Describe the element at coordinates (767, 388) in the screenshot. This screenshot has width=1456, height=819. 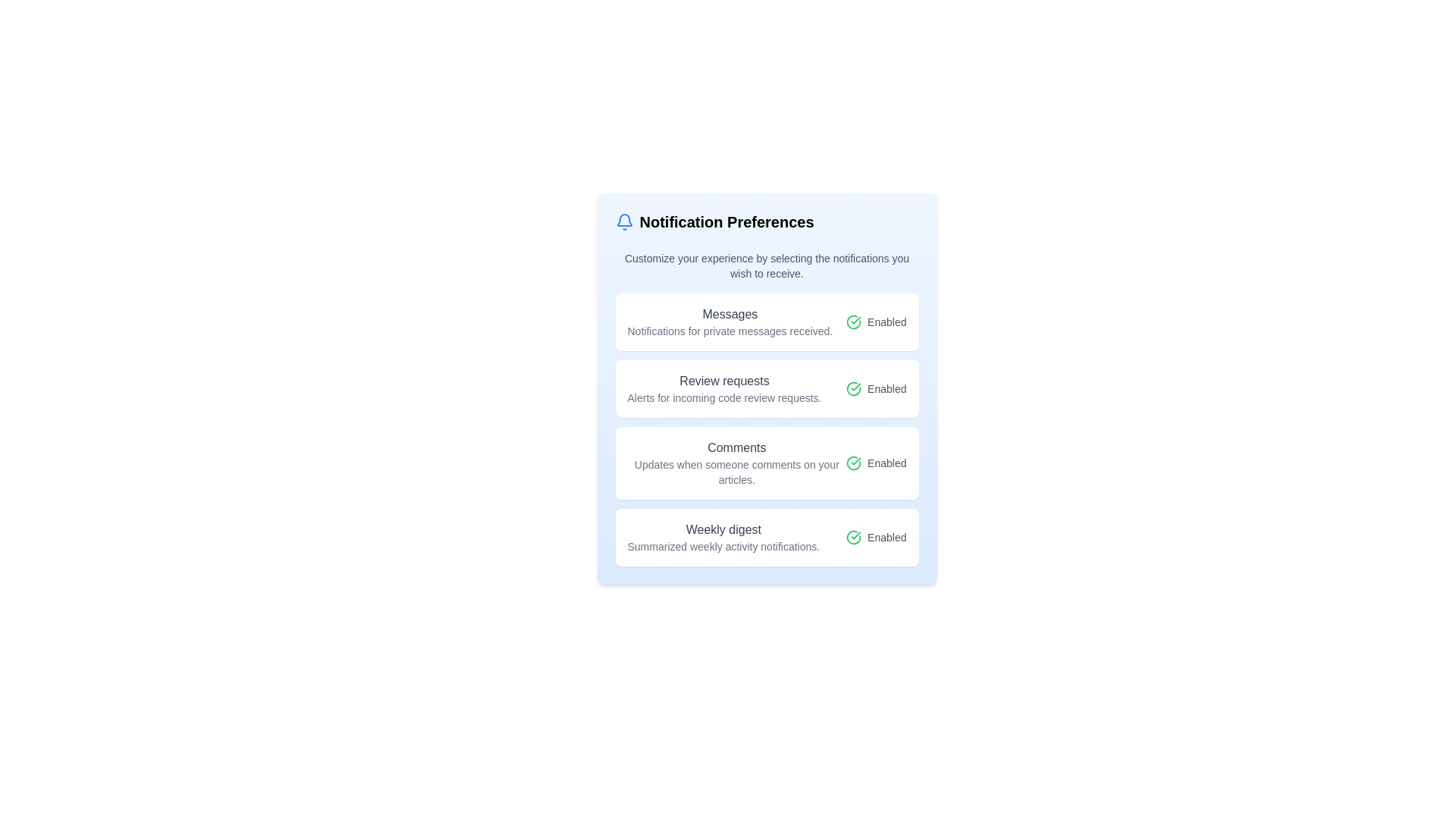
I see `the Notification setting toggle labeled 'Review requests', which contains a bold title and a green checkmark icon indicating it is 'Enabled'` at that location.